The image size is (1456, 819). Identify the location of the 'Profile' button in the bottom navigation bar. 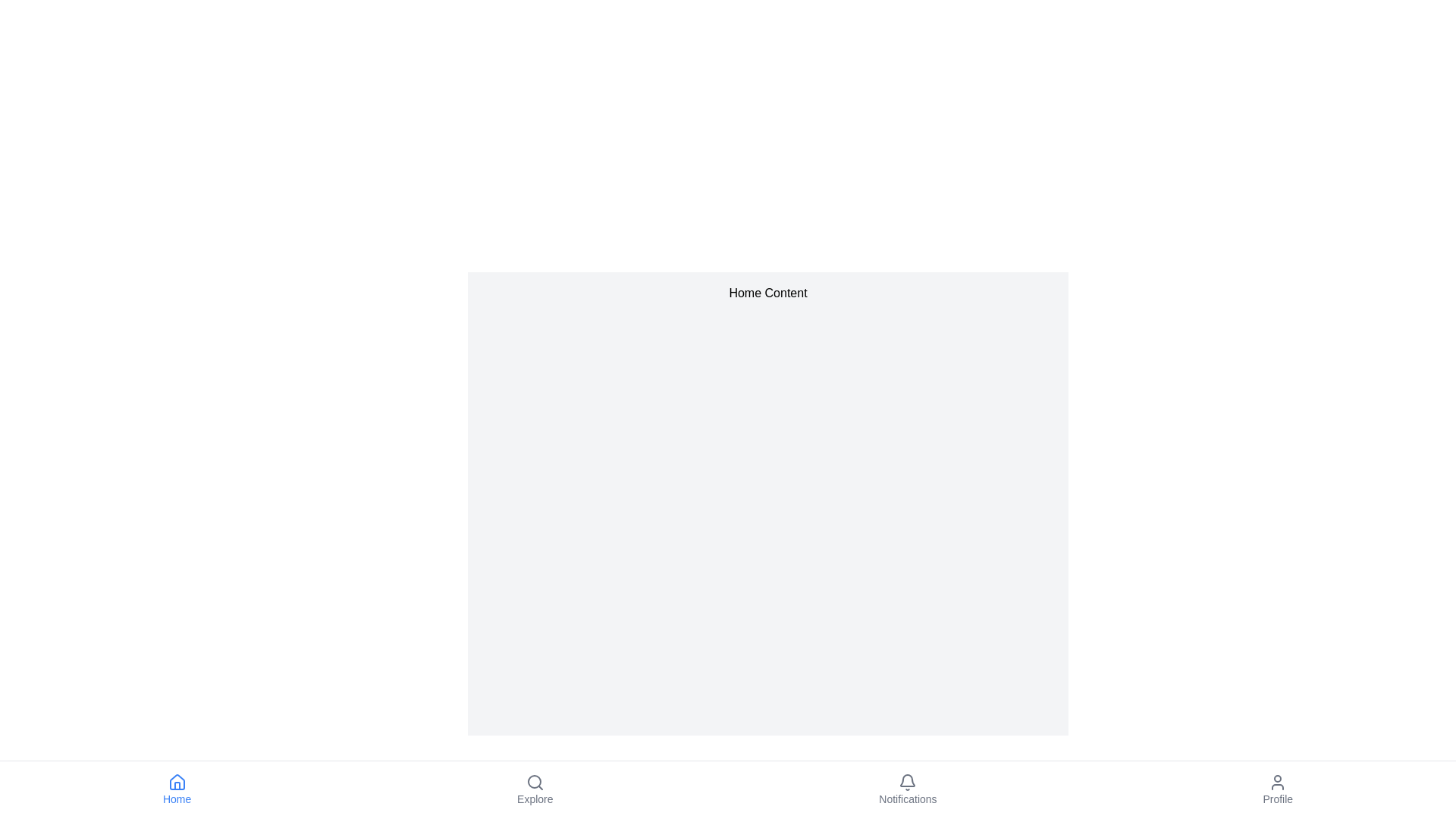
(1277, 789).